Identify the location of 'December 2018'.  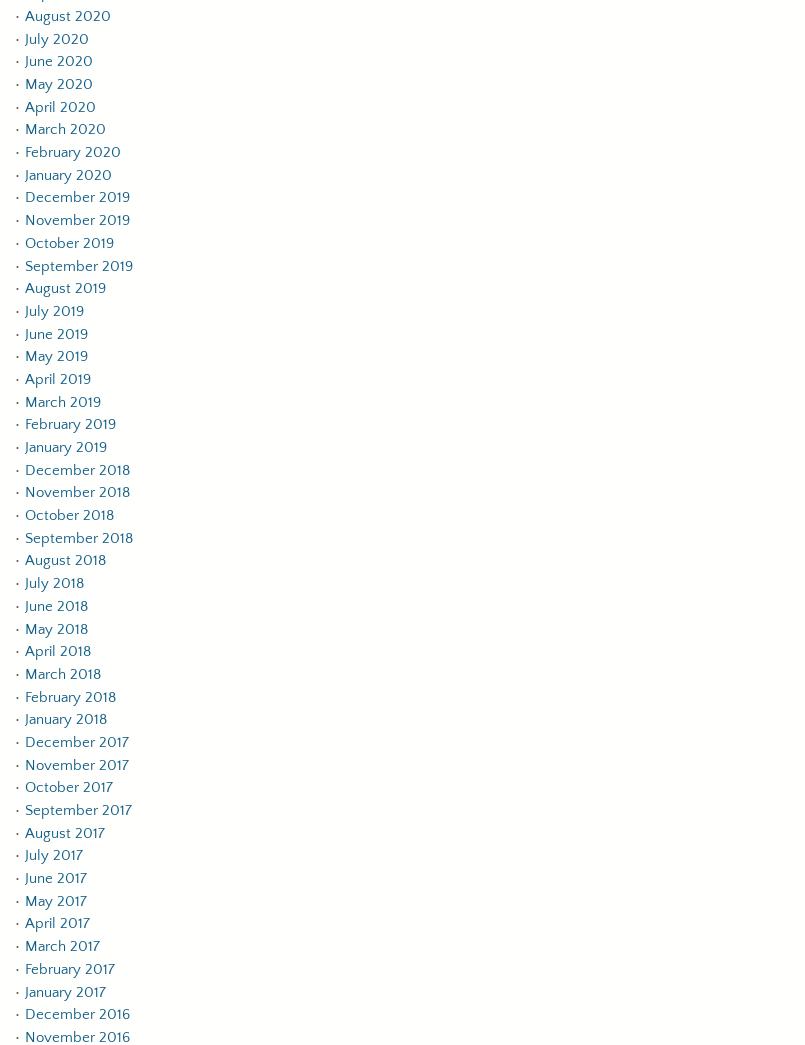
(76, 468).